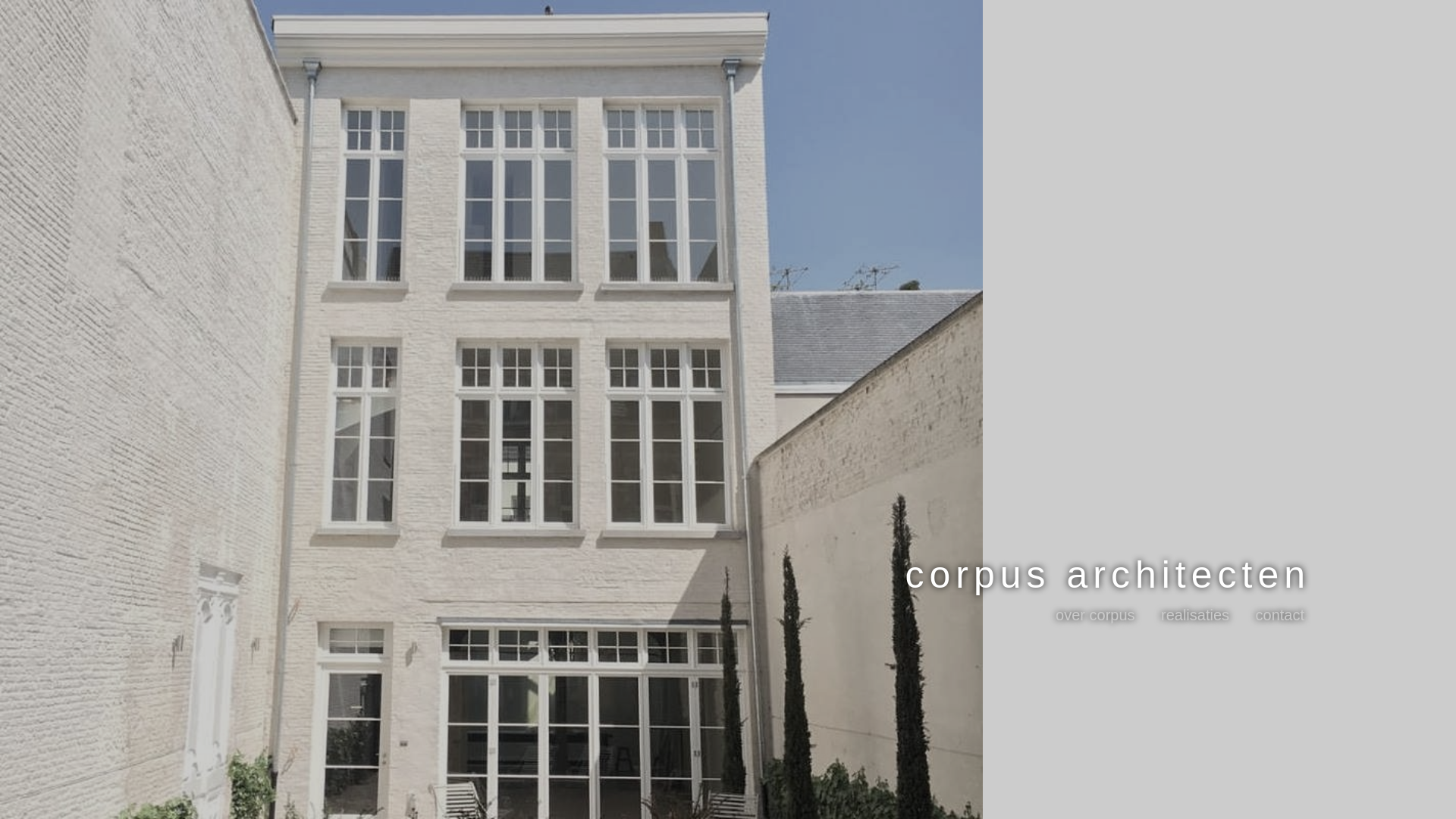  What do you see at coordinates (1279, 614) in the screenshot?
I see `'contact'` at bounding box center [1279, 614].